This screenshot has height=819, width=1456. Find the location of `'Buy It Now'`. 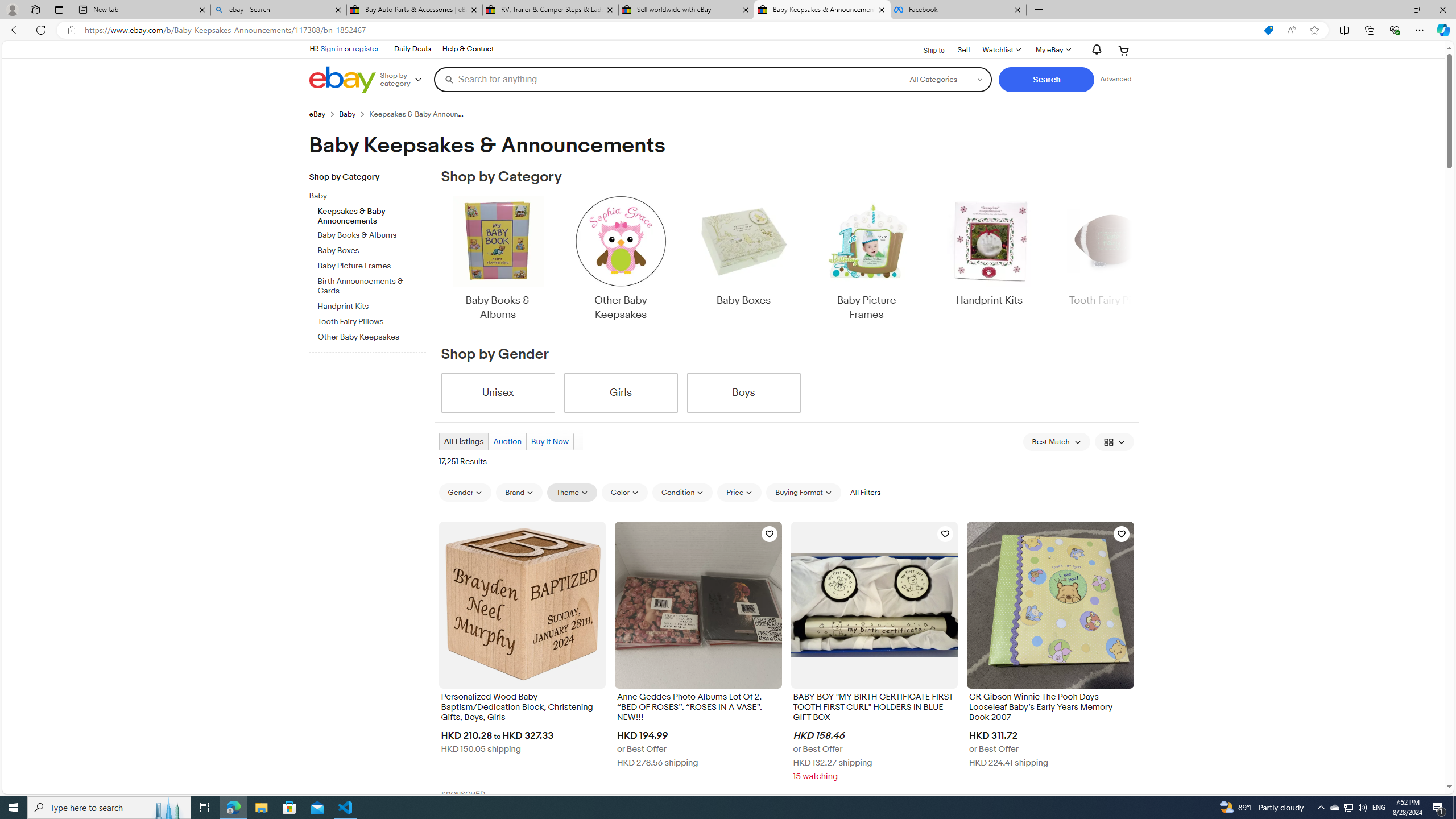

'Buy It Now' is located at coordinates (549, 441).